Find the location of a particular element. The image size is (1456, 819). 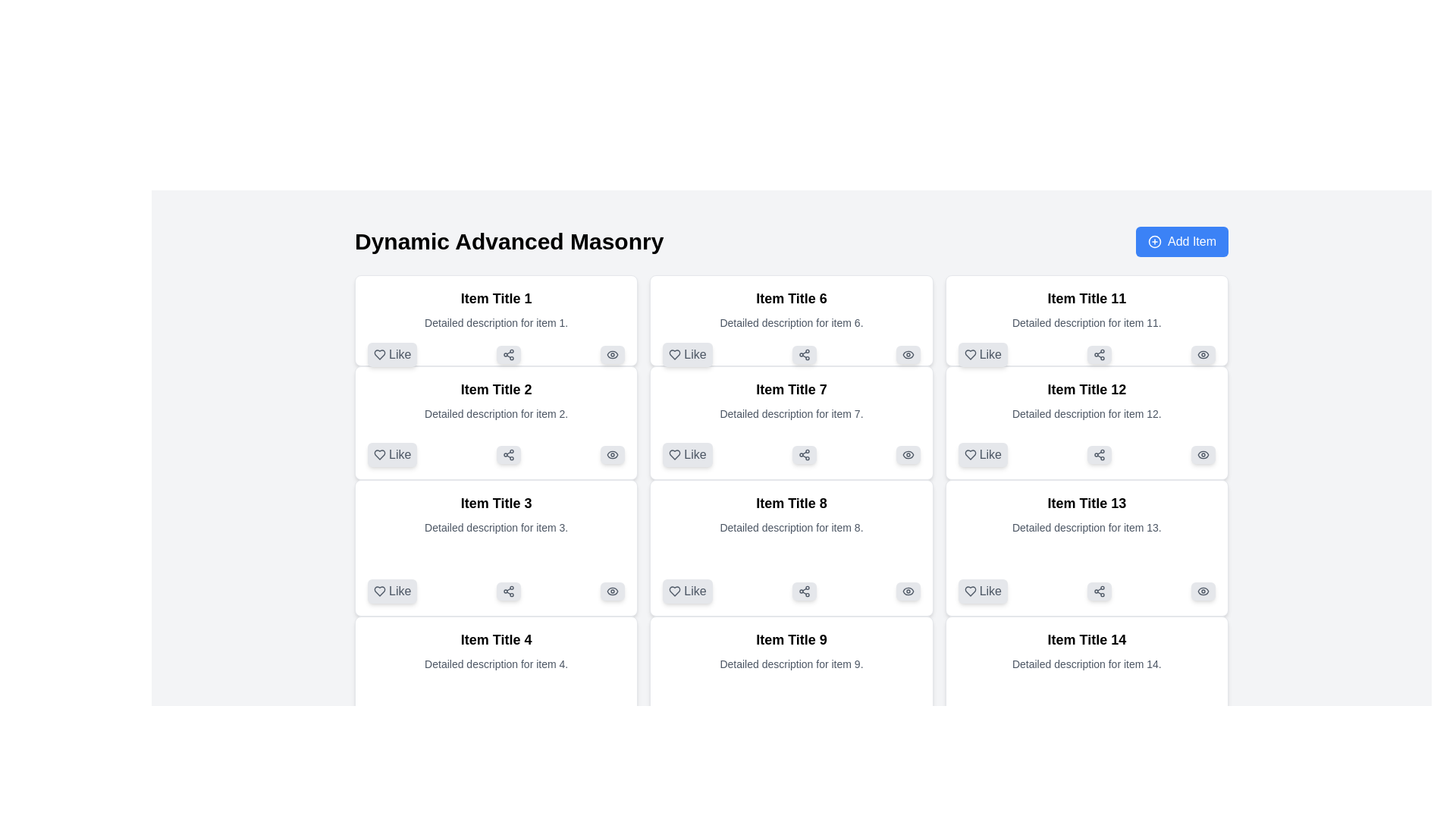

the button with a light gray background and a share symbol icon located in the second card of the 'Dynamic Advanced Masonry' grid layout is located at coordinates (509, 454).